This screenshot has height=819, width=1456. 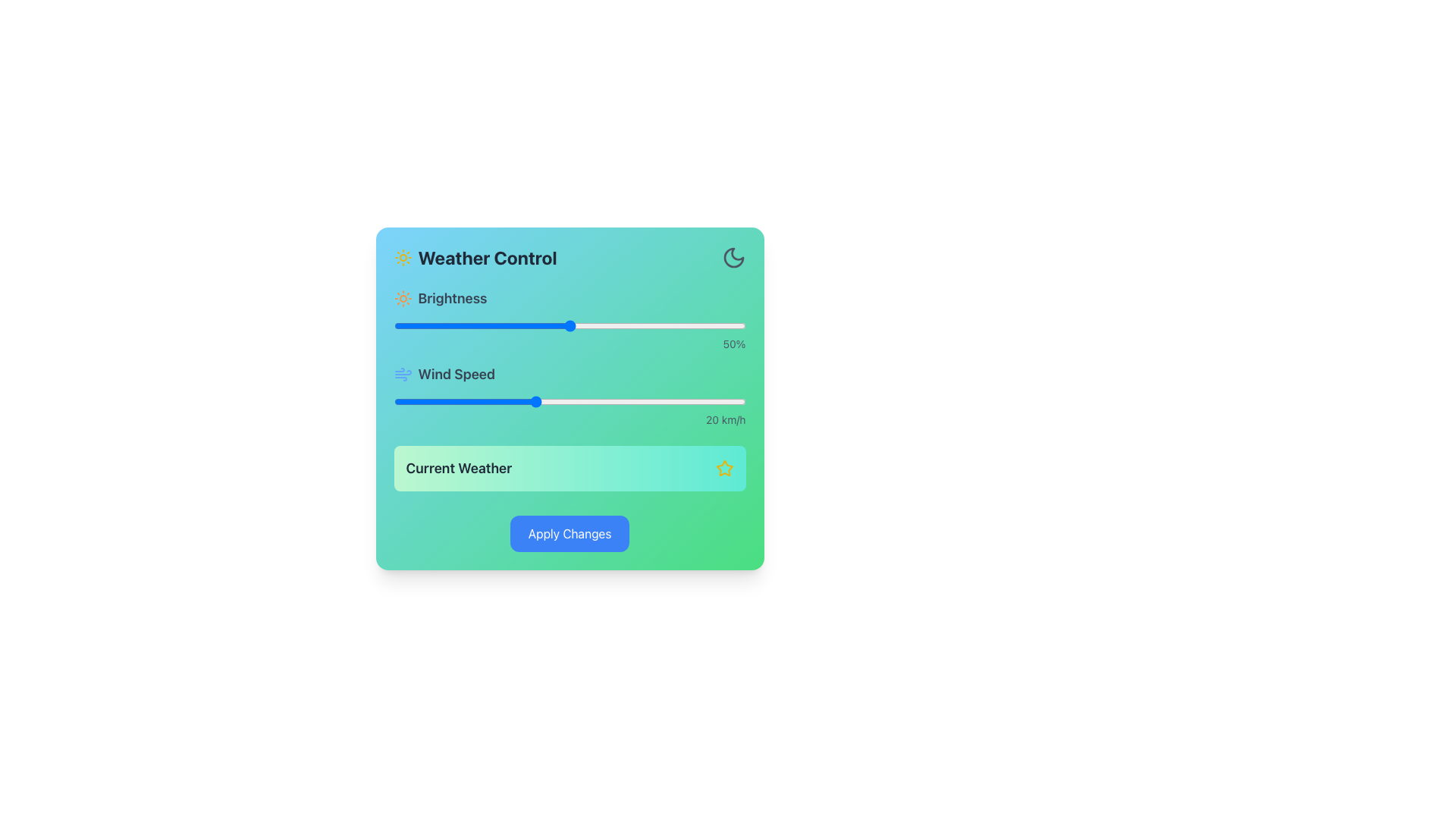 I want to click on wind speed, so click(x=633, y=400).